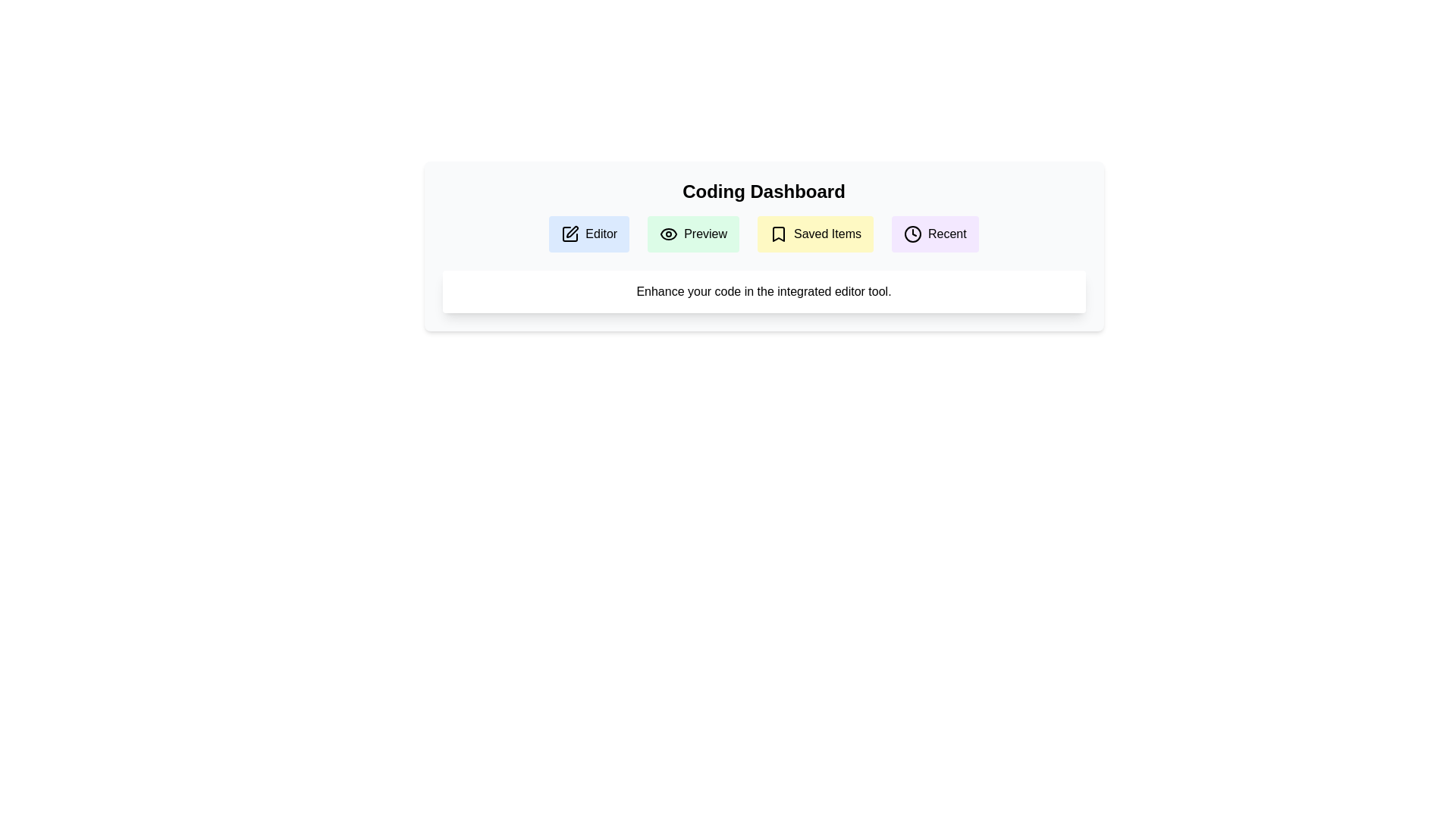 This screenshot has height=819, width=1456. What do you see at coordinates (934, 234) in the screenshot?
I see `the 'Recent' button in the horizontal menu` at bounding box center [934, 234].